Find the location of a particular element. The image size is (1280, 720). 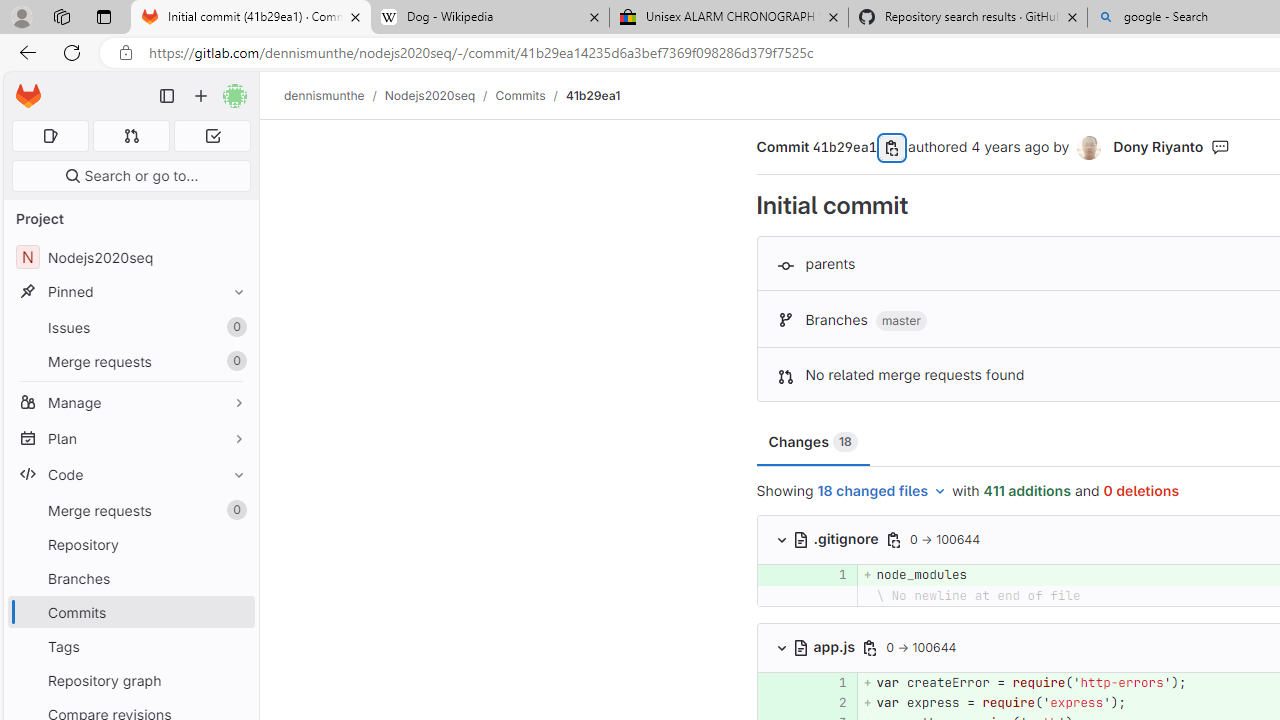

'To-Do list 0' is located at coordinates (212, 135).